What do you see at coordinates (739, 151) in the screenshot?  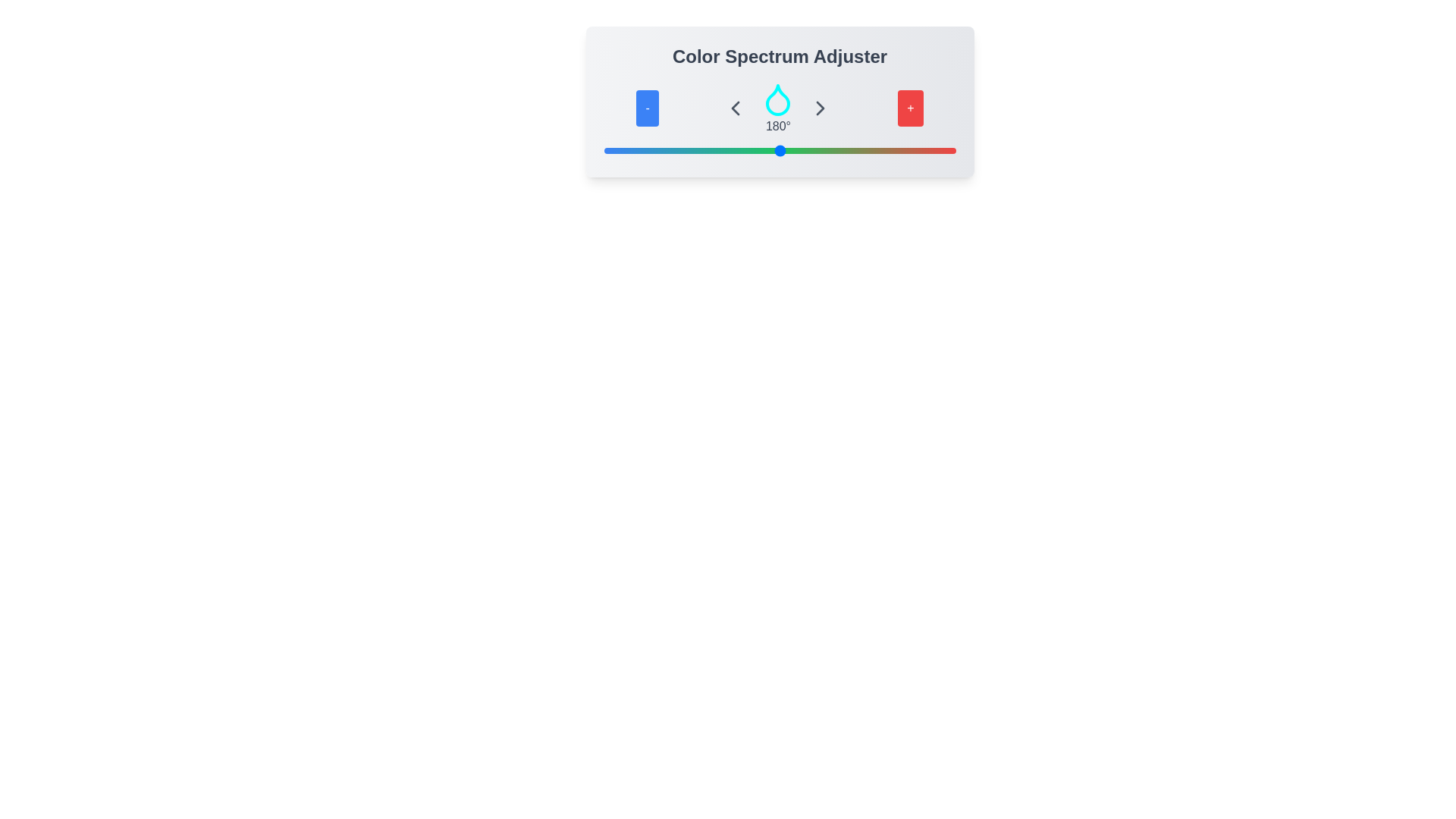 I see `the slider to set the color spectrum to 138` at bounding box center [739, 151].